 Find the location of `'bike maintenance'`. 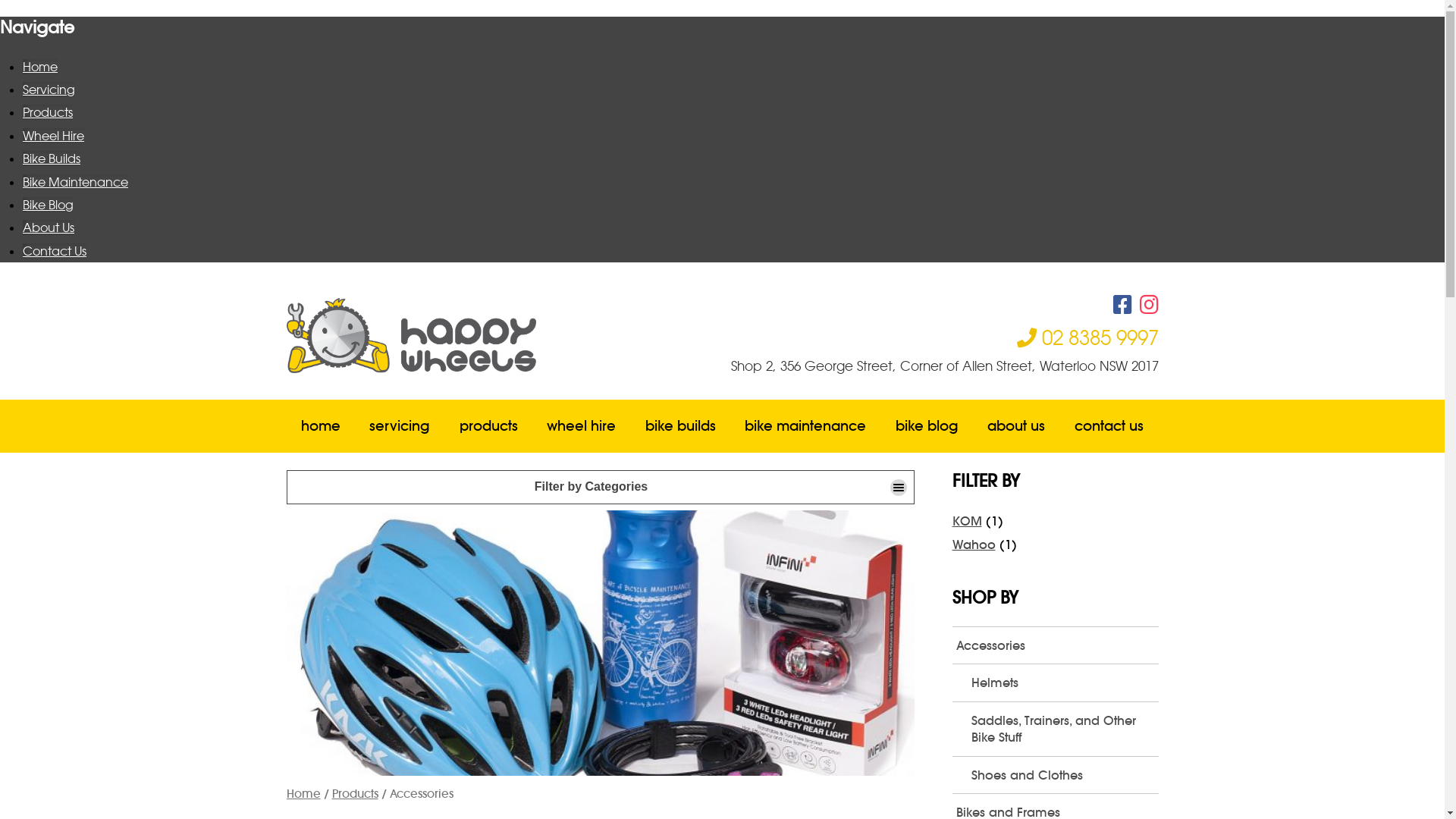

'bike maintenance' is located at coordinates (805, 426).